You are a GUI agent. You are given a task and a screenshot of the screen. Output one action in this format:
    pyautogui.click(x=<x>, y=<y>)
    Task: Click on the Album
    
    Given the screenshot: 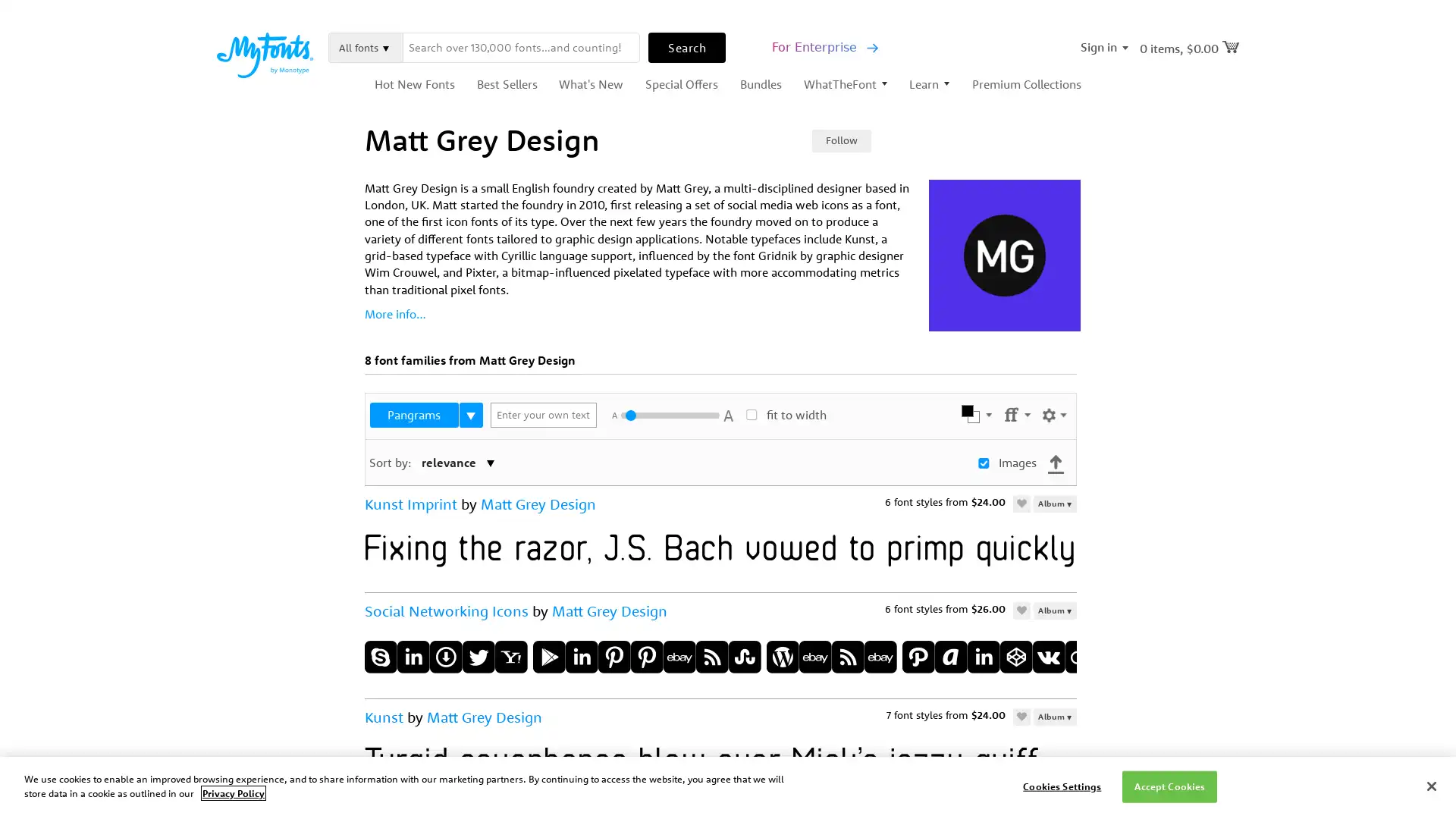 What is the action you would take?
    pyautogui.click(x=1054, y=503)
    